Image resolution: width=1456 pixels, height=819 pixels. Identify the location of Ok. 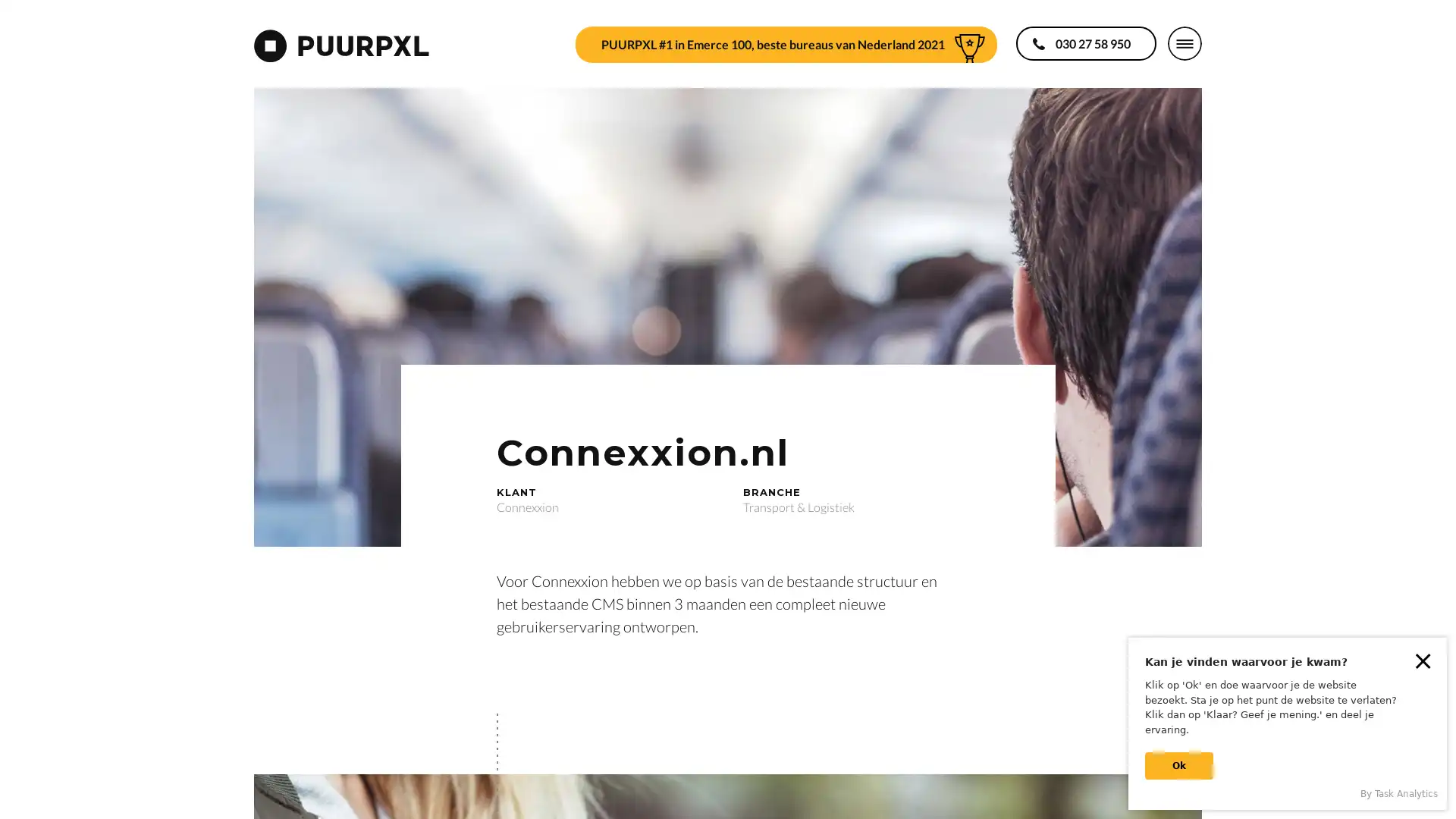
(1178, 766).